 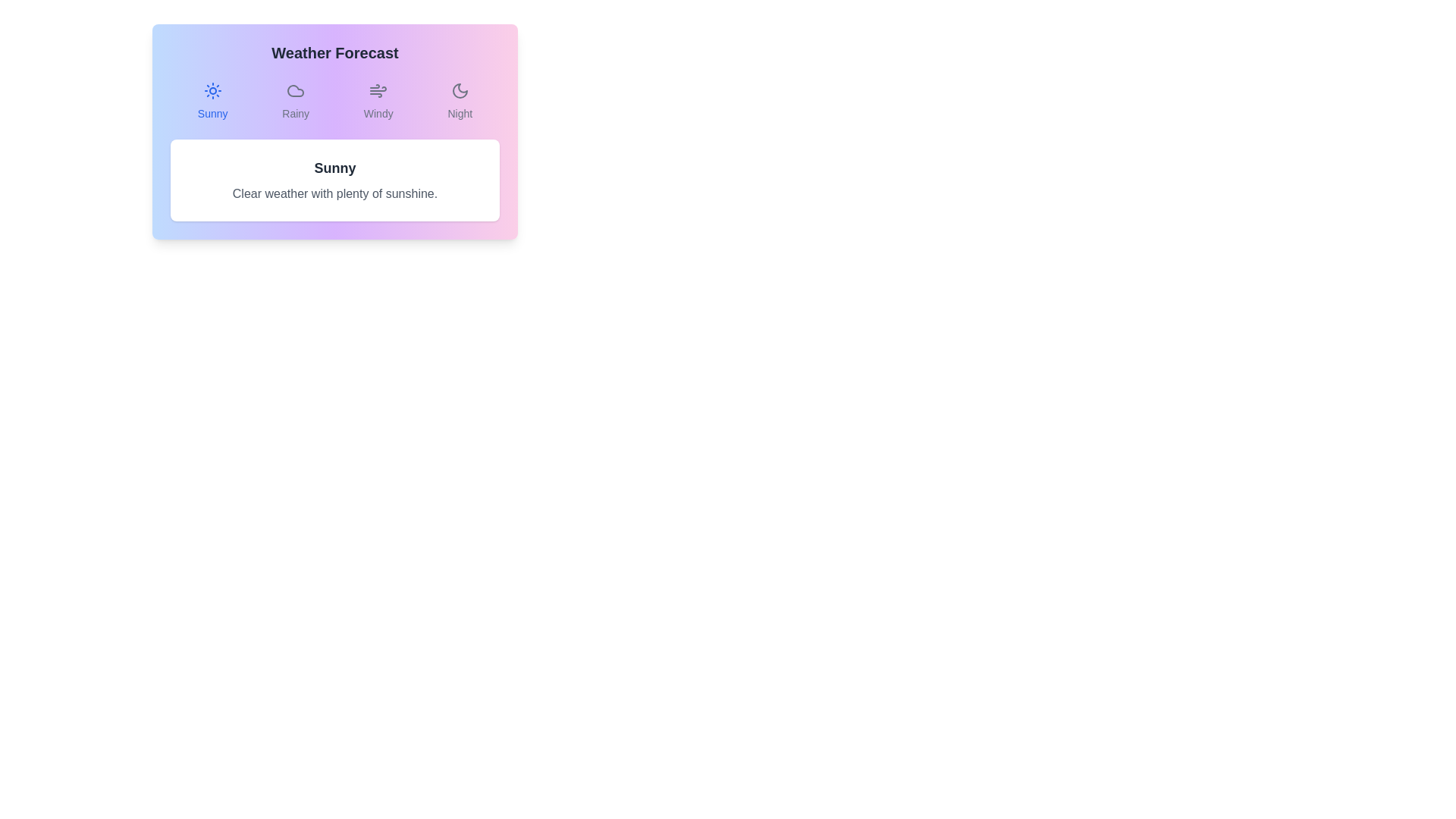 I want to click on the Windy tab by clicking on its button, so click(x=378, y=102).